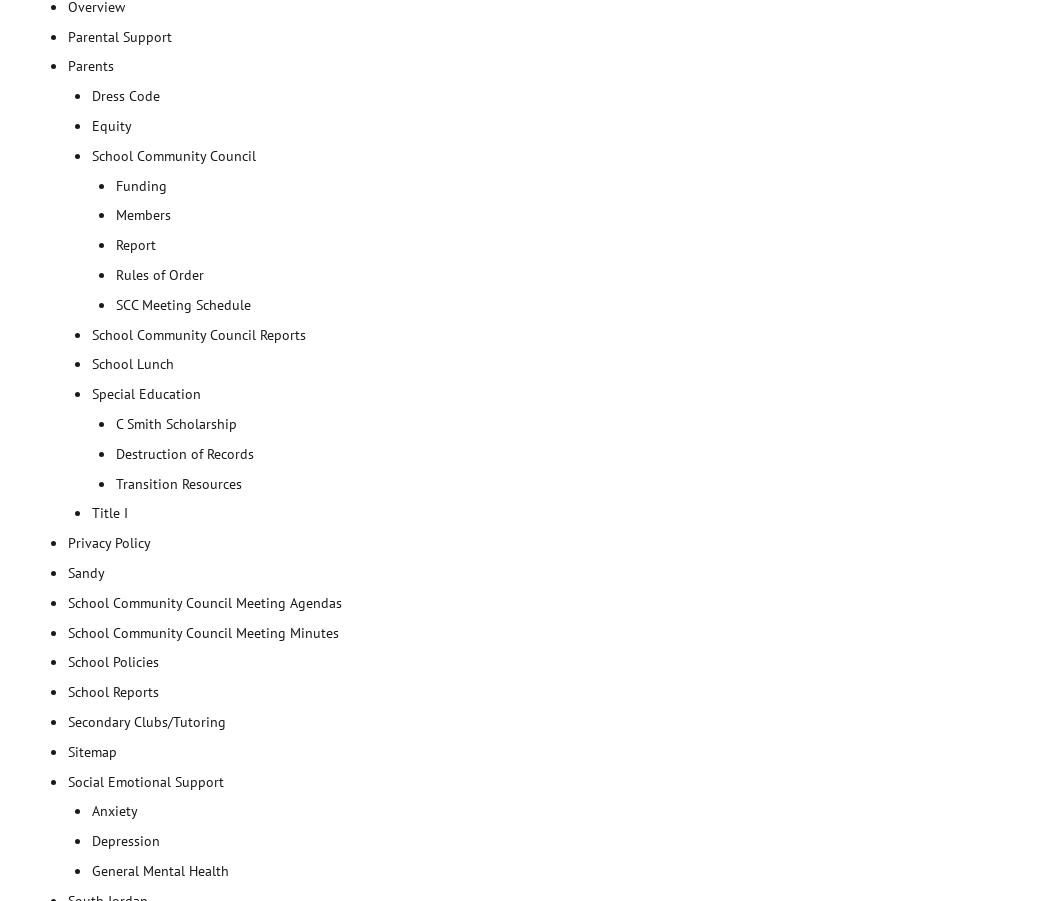 Image resolution: width=1050 pixels, height=901 pixels. I want to click on 'Parents', so click(91, 65).